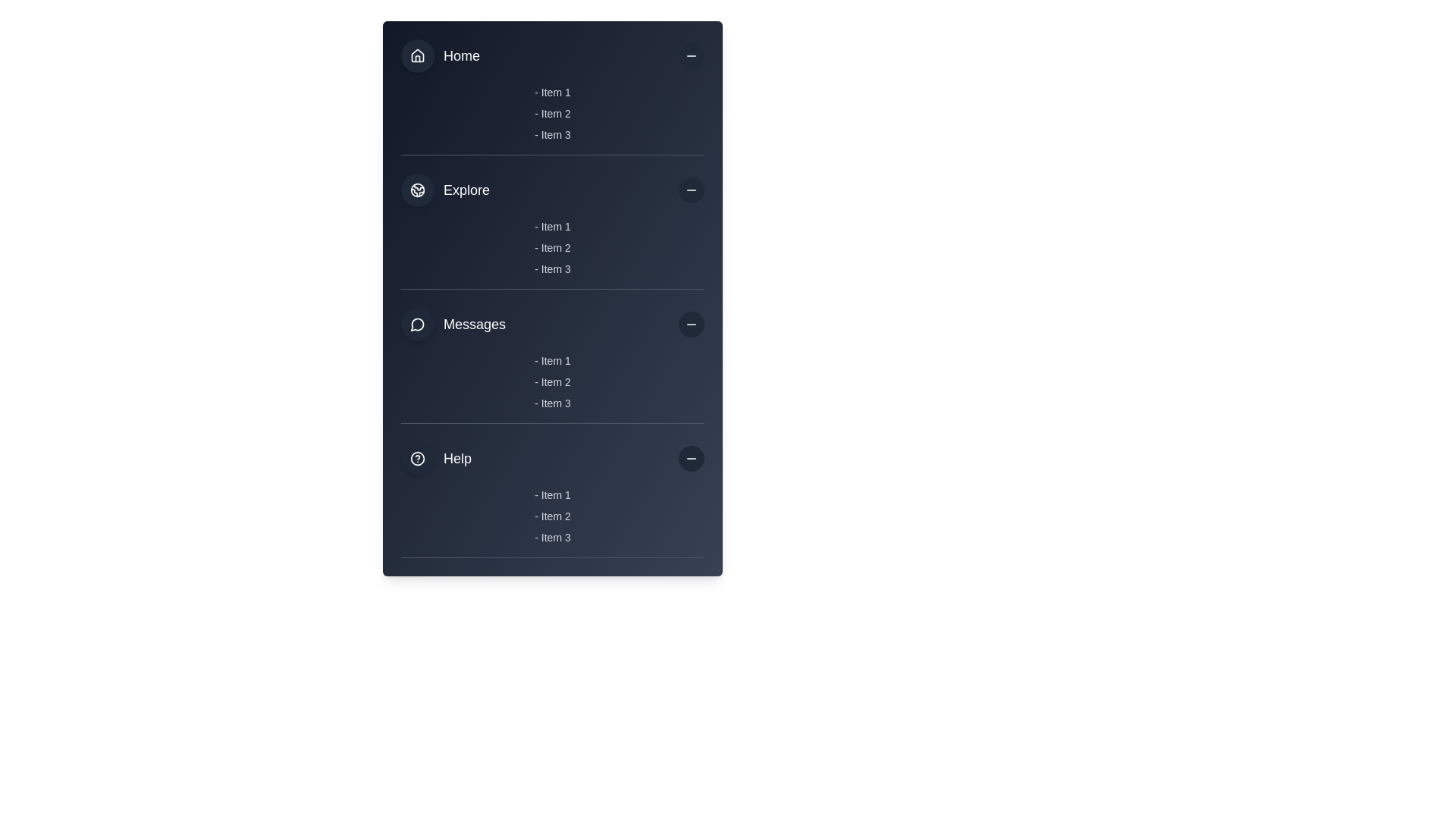  I want to click on the first item in the 'Help' submenu that serves as a descriptor or navigational link, so click(552, 494).